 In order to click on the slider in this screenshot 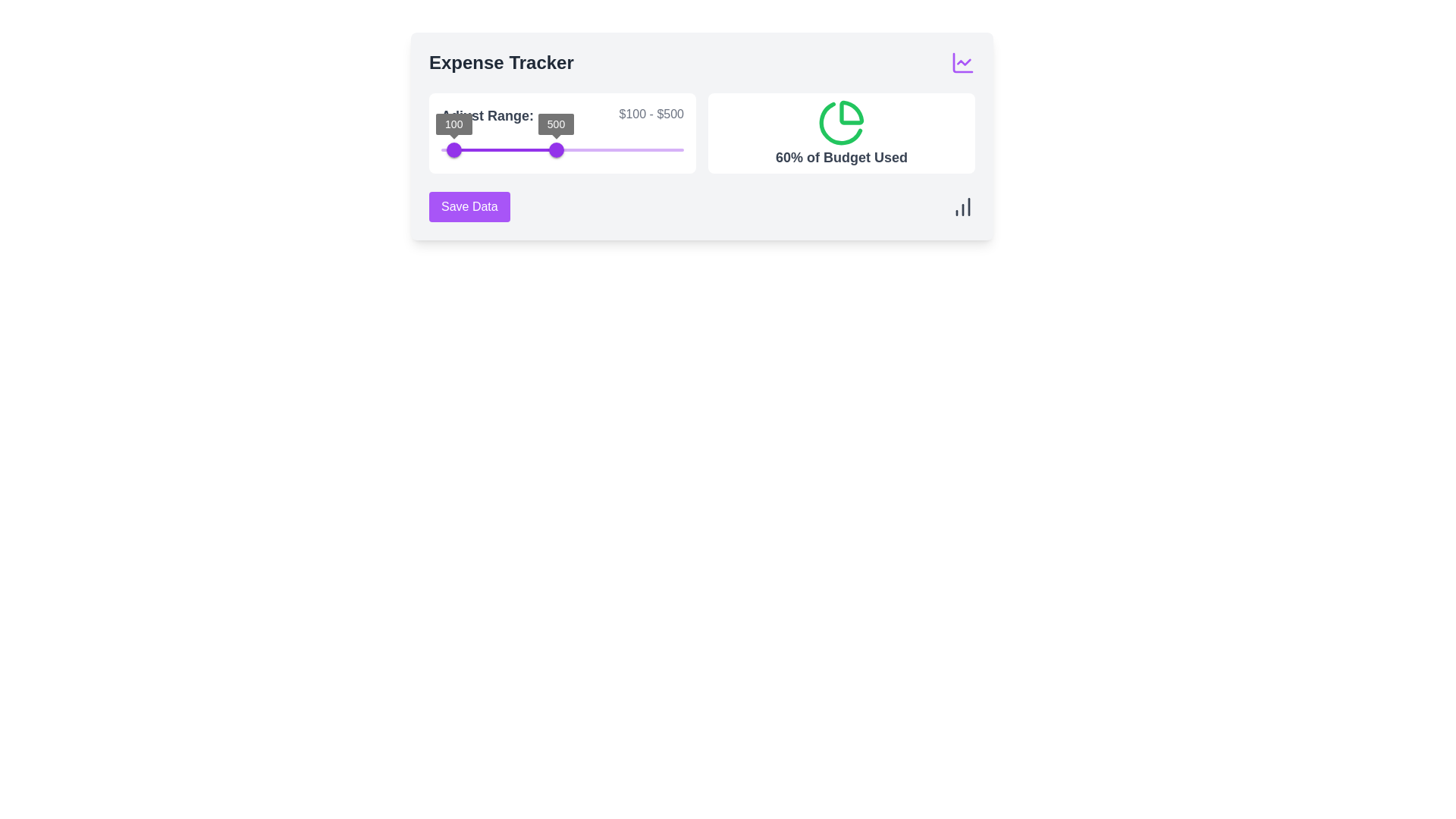, I will do `click(467, 149)`.